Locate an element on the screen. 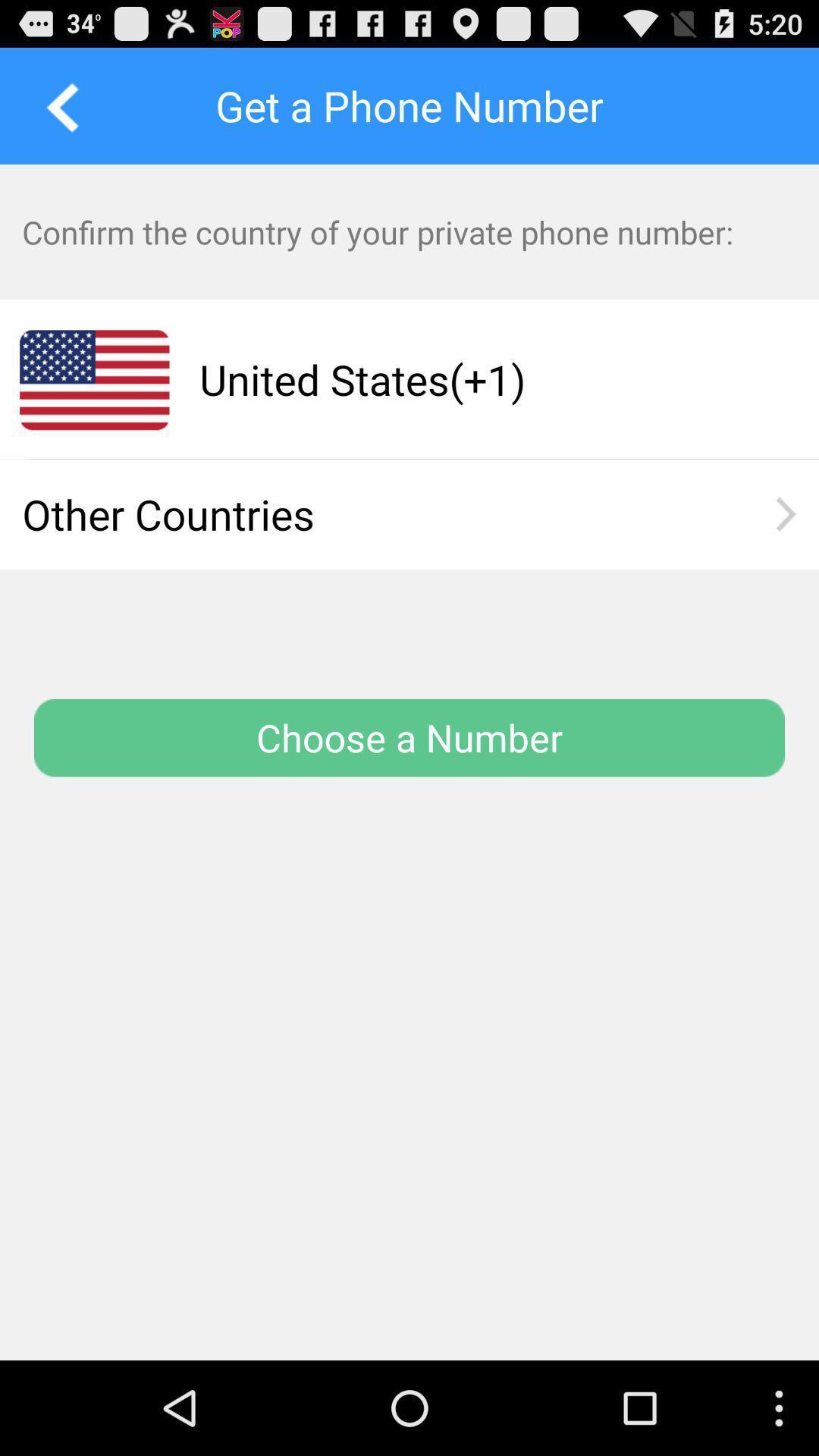 Image resolution: width=819 pixels, height=1456 pixels. app below the confirm the country is located at coordinates (480, 379).